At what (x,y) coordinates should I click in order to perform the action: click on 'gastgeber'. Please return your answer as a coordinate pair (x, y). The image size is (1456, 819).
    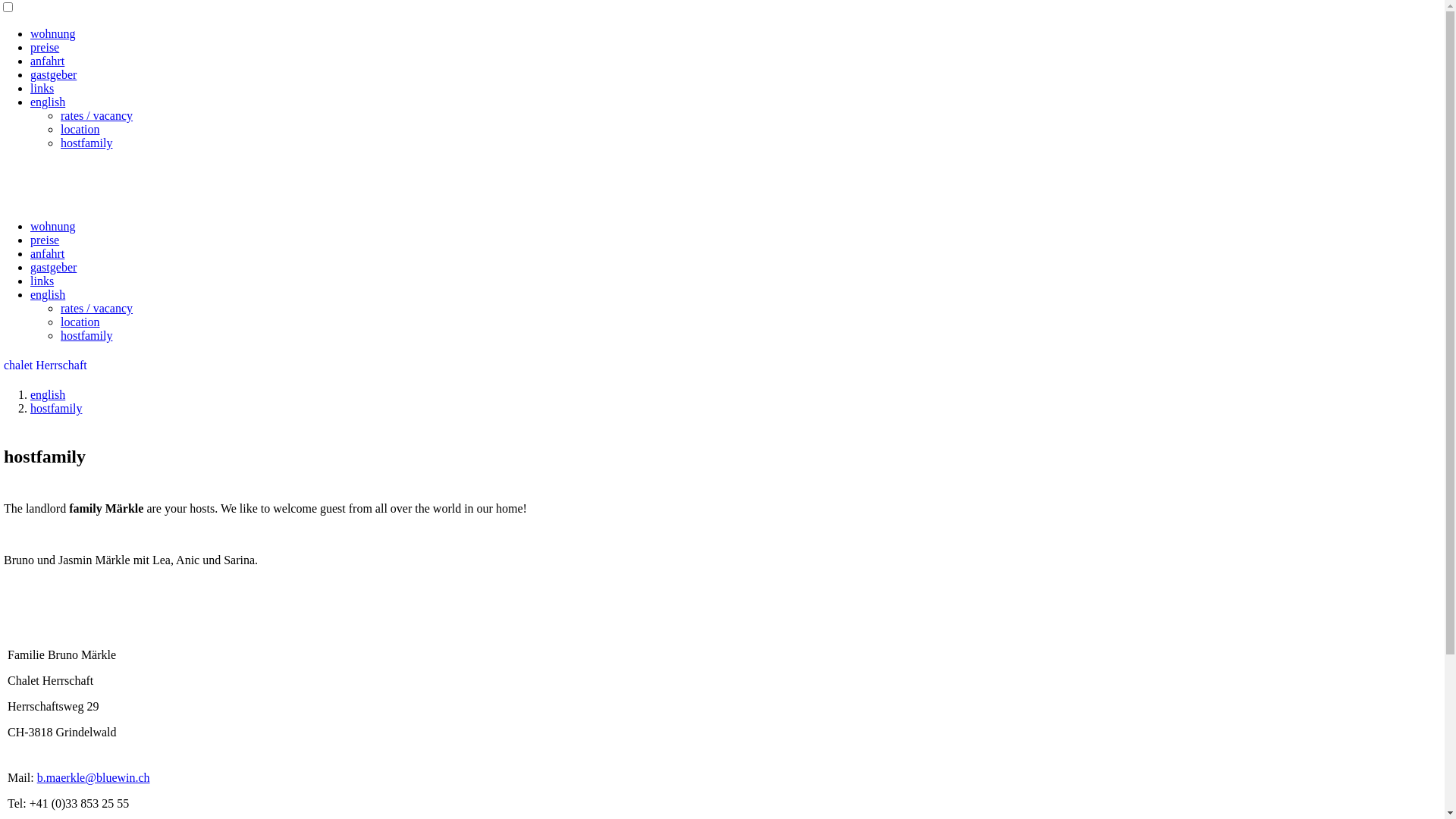
    Looking at the image, I should click on (53, 74).